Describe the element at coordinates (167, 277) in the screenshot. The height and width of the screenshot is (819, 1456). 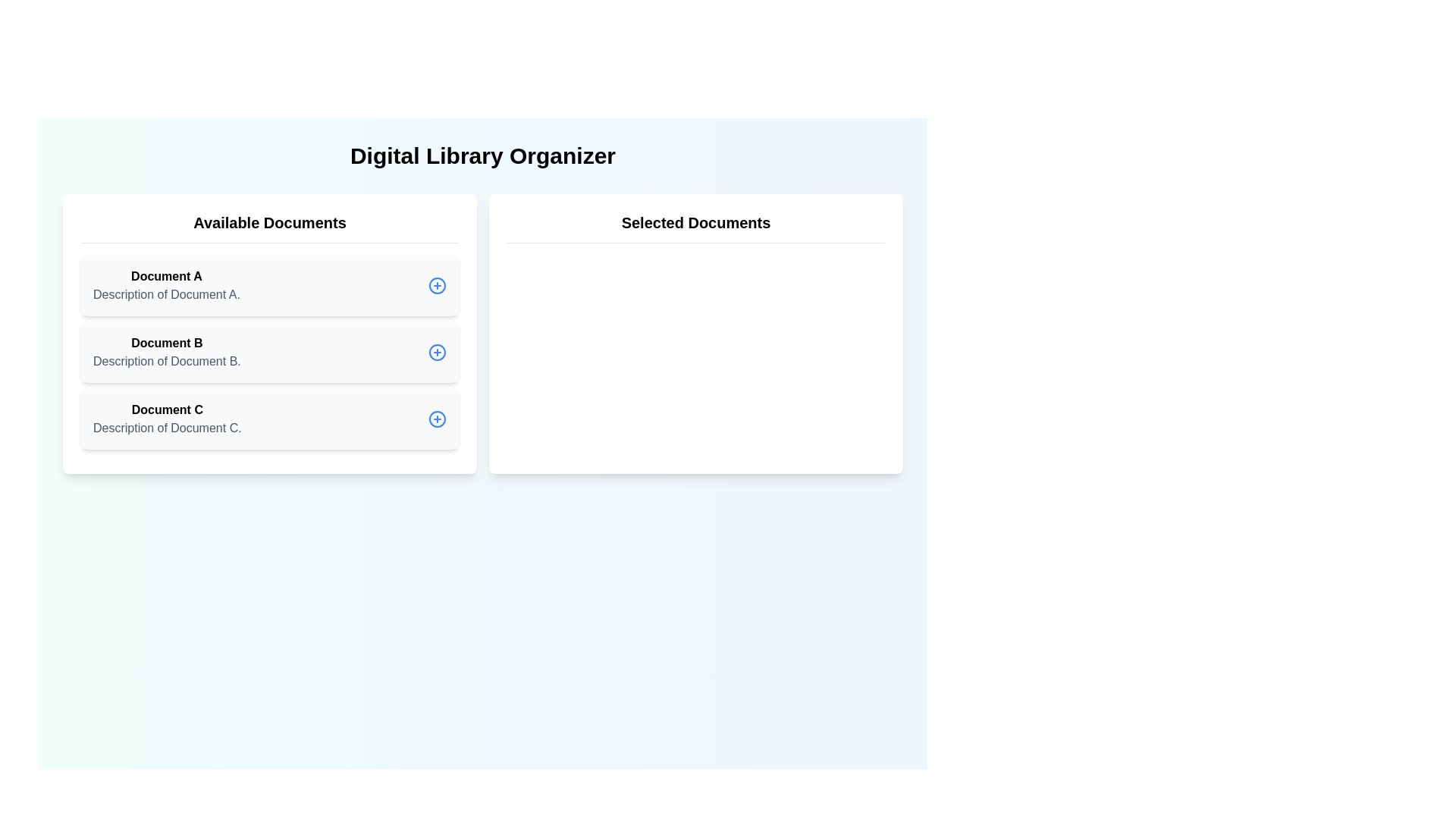
I see `text from the title label of the first item in the 'Available Documents' list located at the top portion of the item on the left-hand side of the interface` at that location.